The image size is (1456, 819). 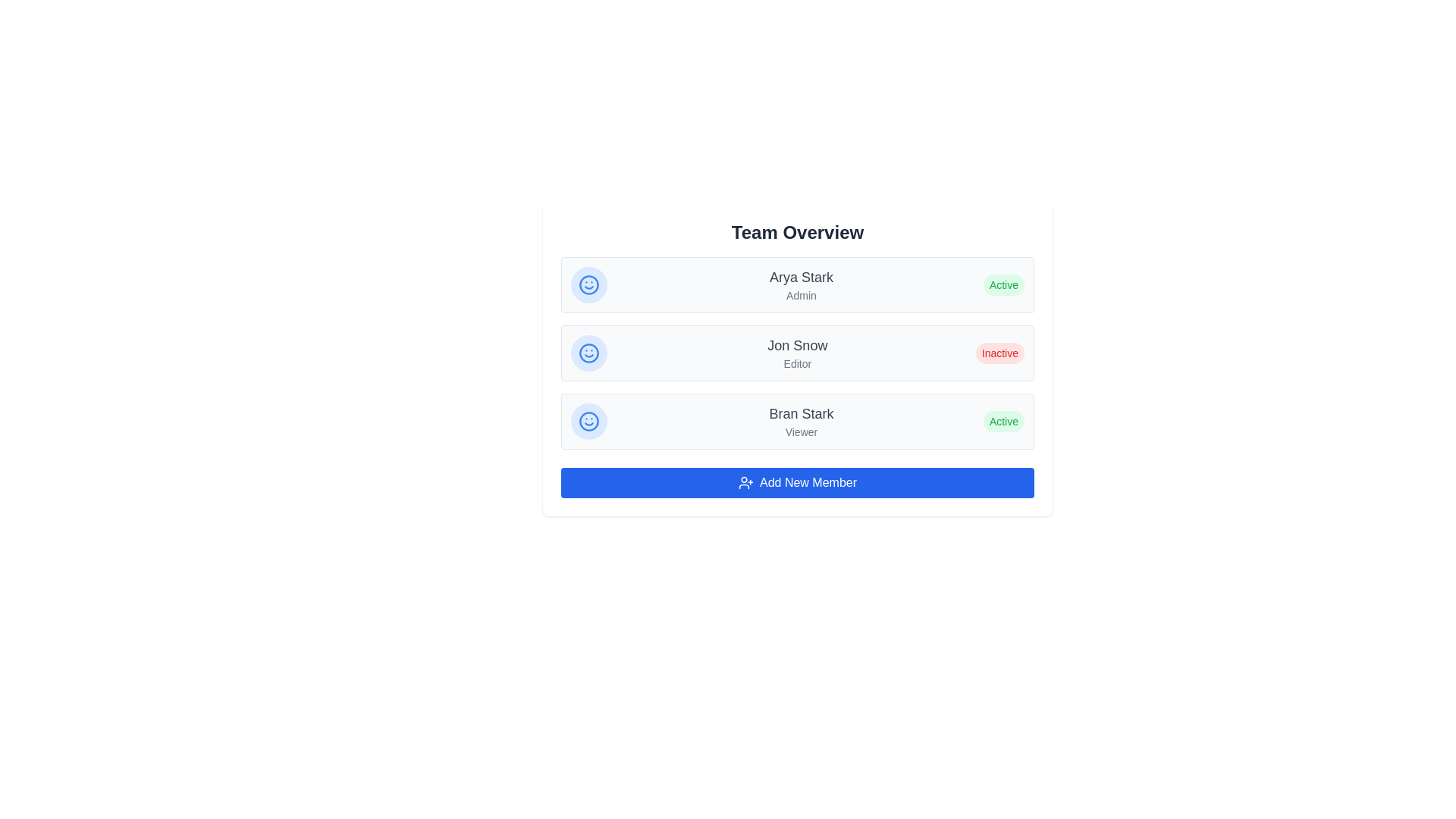 I want to click on the Status indicator label that signifies the active status of team member Arya Stark, positioned to the right of the member's name 'Arya Stark' and role 'Admin', so click(x=1004, y=284).